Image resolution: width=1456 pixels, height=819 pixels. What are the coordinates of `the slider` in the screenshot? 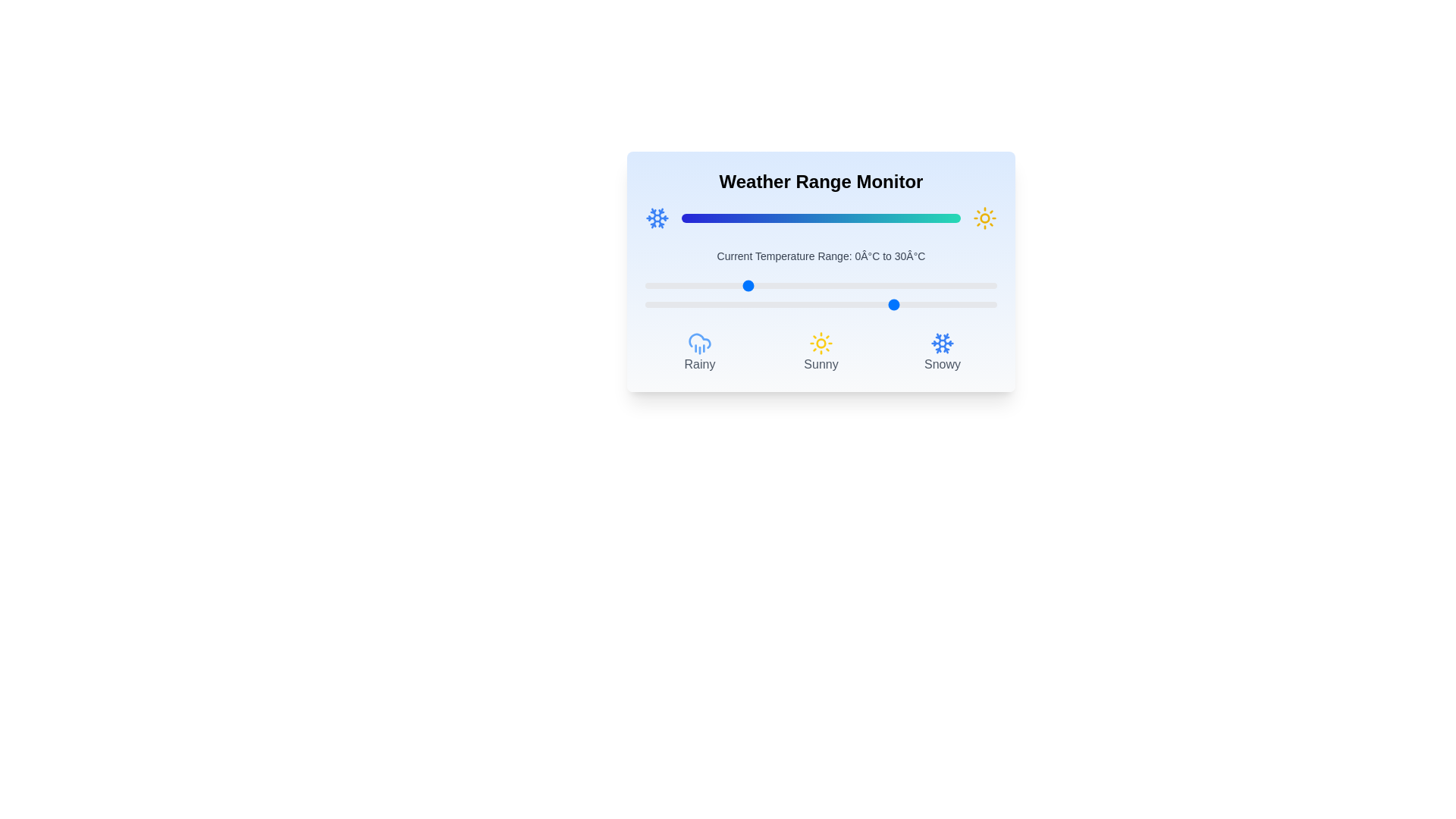 It's located at (821, 286).